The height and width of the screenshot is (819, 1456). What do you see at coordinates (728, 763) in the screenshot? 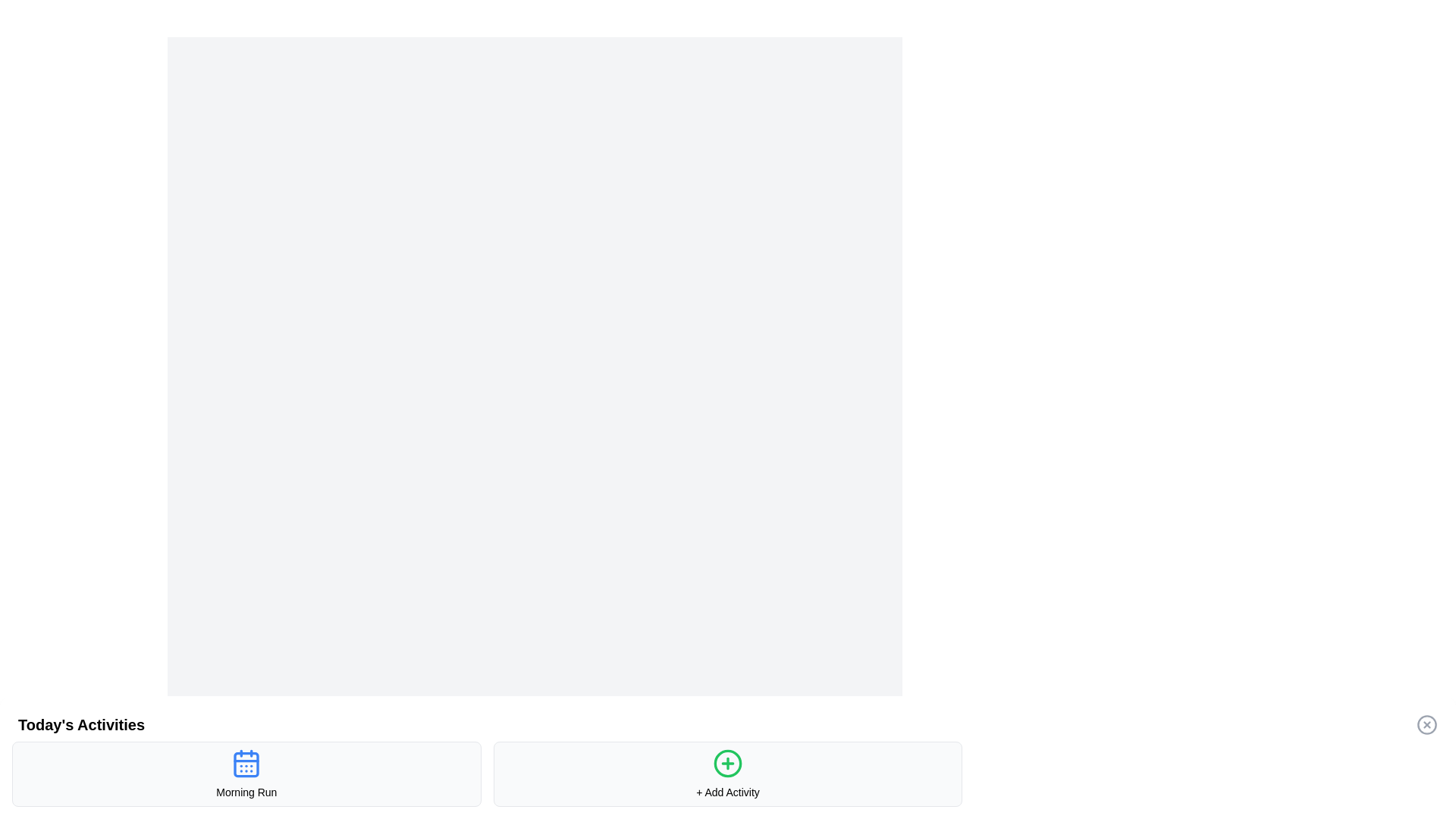
I see `the circular element of the '+ Add Activity' button, which is part of a graphical icon indicating the action of adding or creating a new activity` at bounding box center [728, 763].